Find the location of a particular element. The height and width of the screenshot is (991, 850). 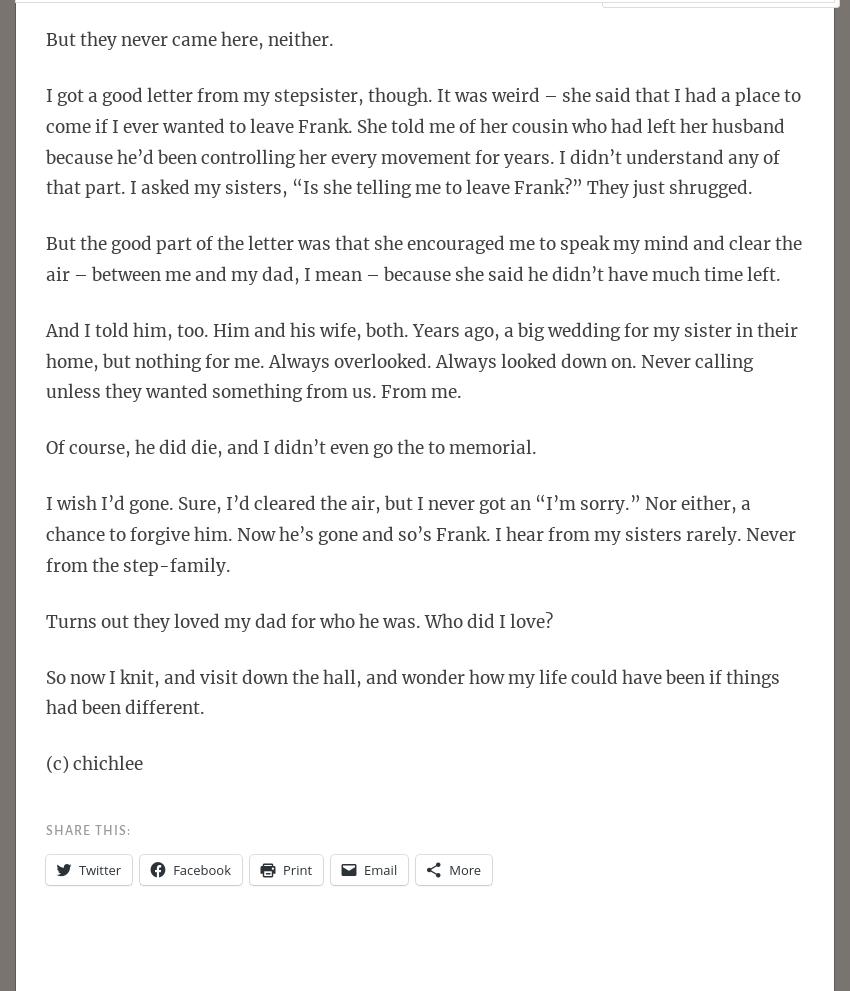

'Facebook' is located at coordinates (200, 869).